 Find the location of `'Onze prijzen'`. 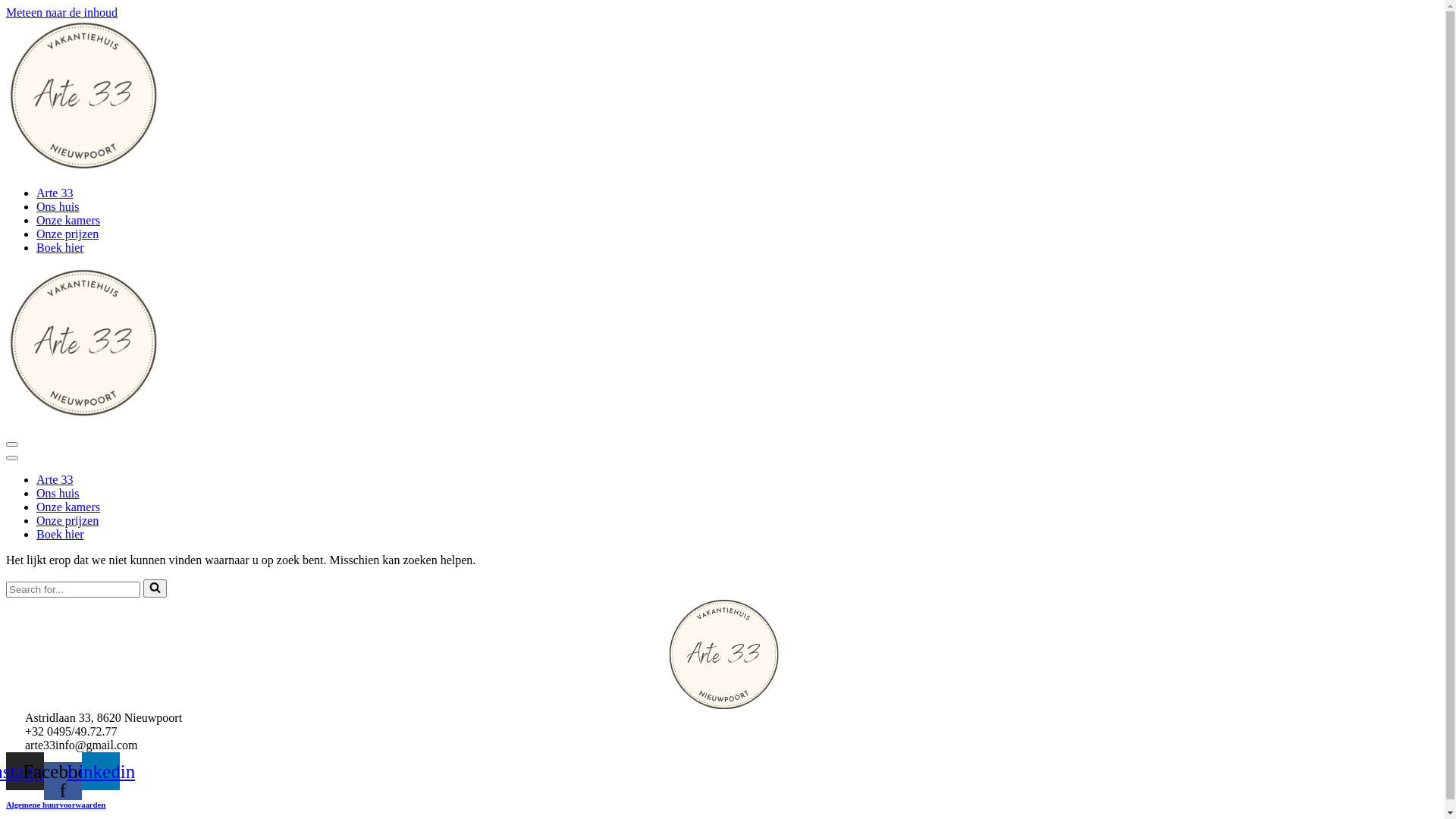

'Onze prijzen' is located at coordinates (36, 234).